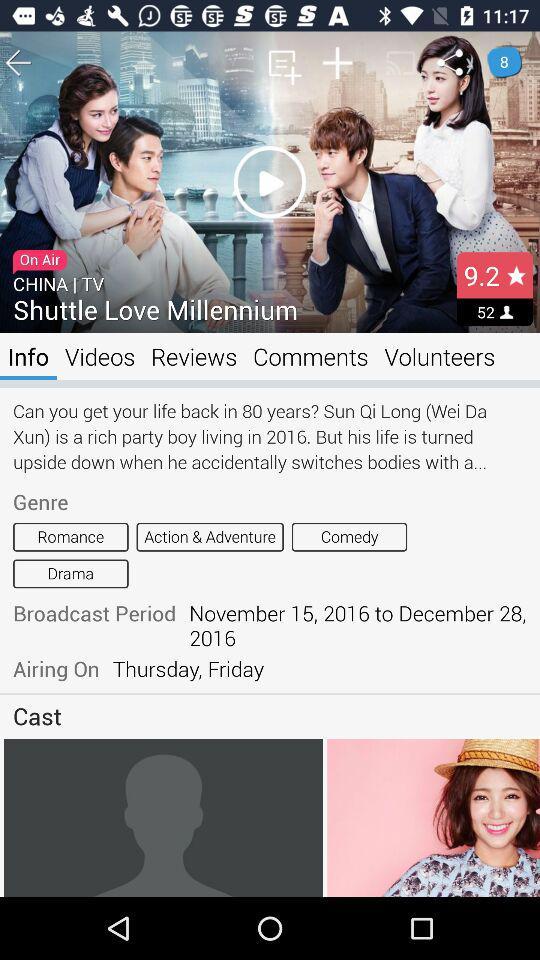  What do you see at coordinates (209, 536) in the screenshot?
I see `the action & adventure item` at bounding box center [209, 536].